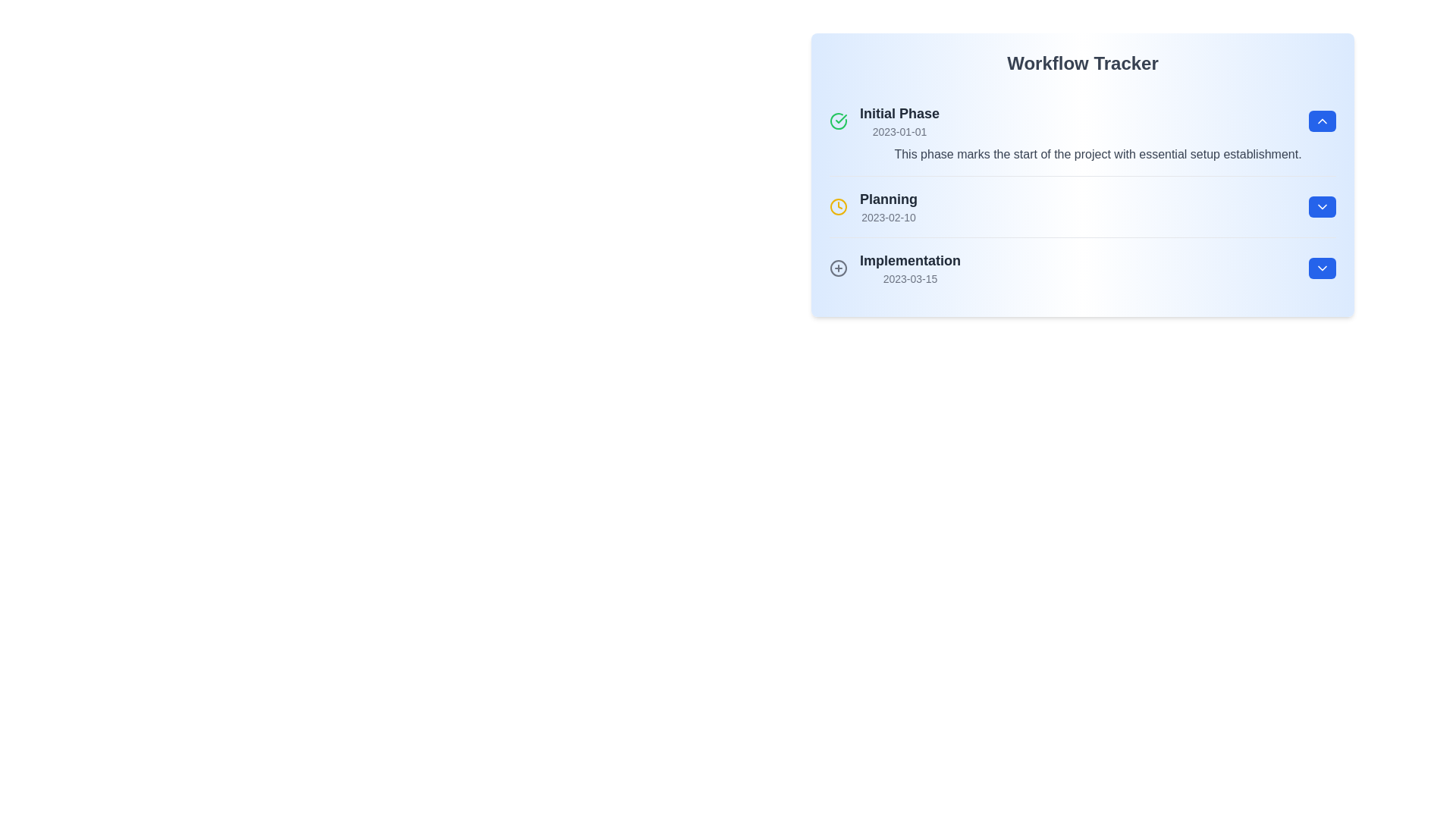  I want to click on the expand/collapse icon located inside the button next to the 'Planning' label in the 'Workflow Tracker' section, so click(1321, 207).